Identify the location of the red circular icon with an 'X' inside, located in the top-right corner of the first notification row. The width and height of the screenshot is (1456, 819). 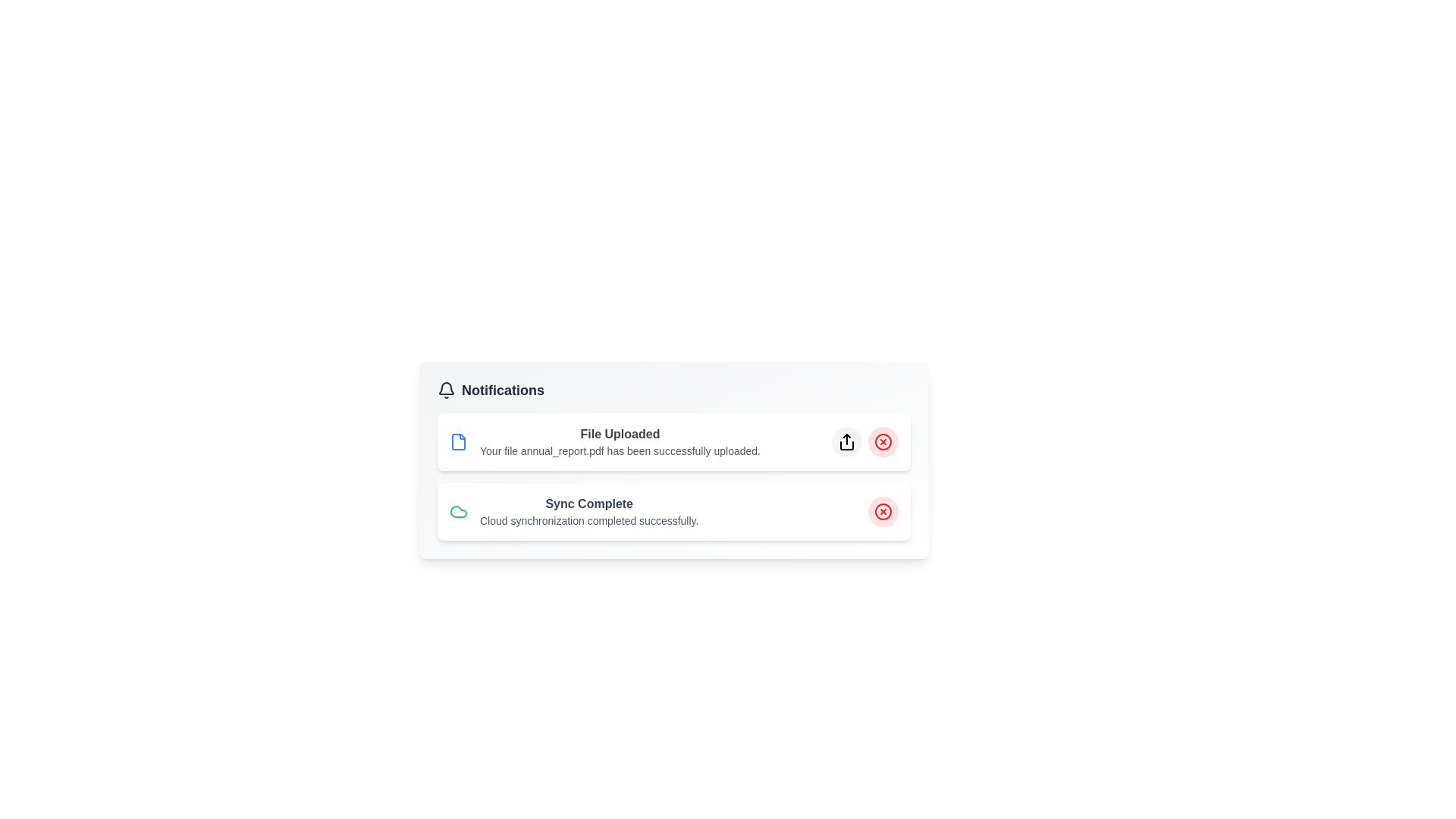
(883, 441).